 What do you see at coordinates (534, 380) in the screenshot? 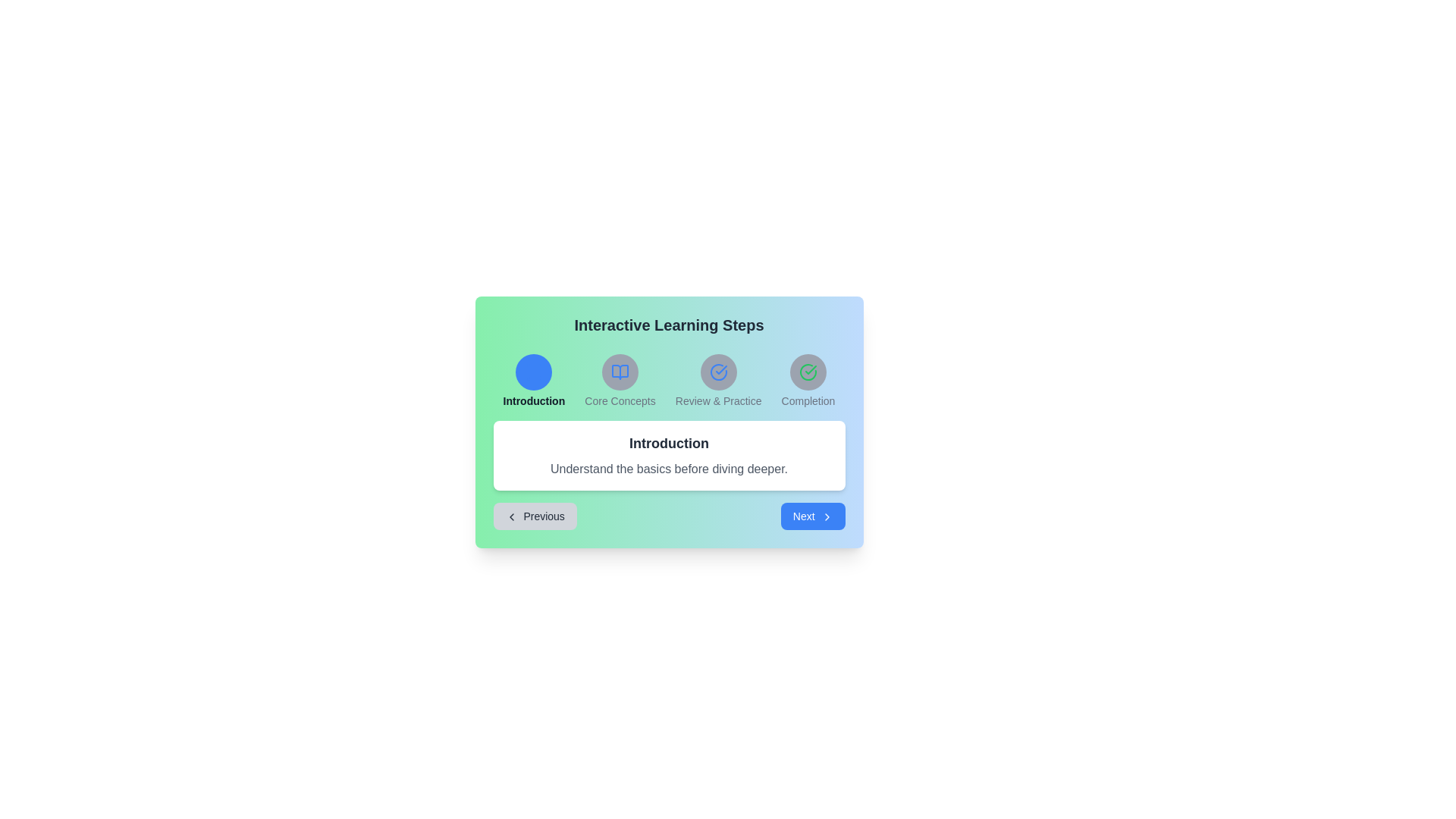
I see `the circular blue area of the 'Introduction' labeled icon` at bounding box center [534, 380].